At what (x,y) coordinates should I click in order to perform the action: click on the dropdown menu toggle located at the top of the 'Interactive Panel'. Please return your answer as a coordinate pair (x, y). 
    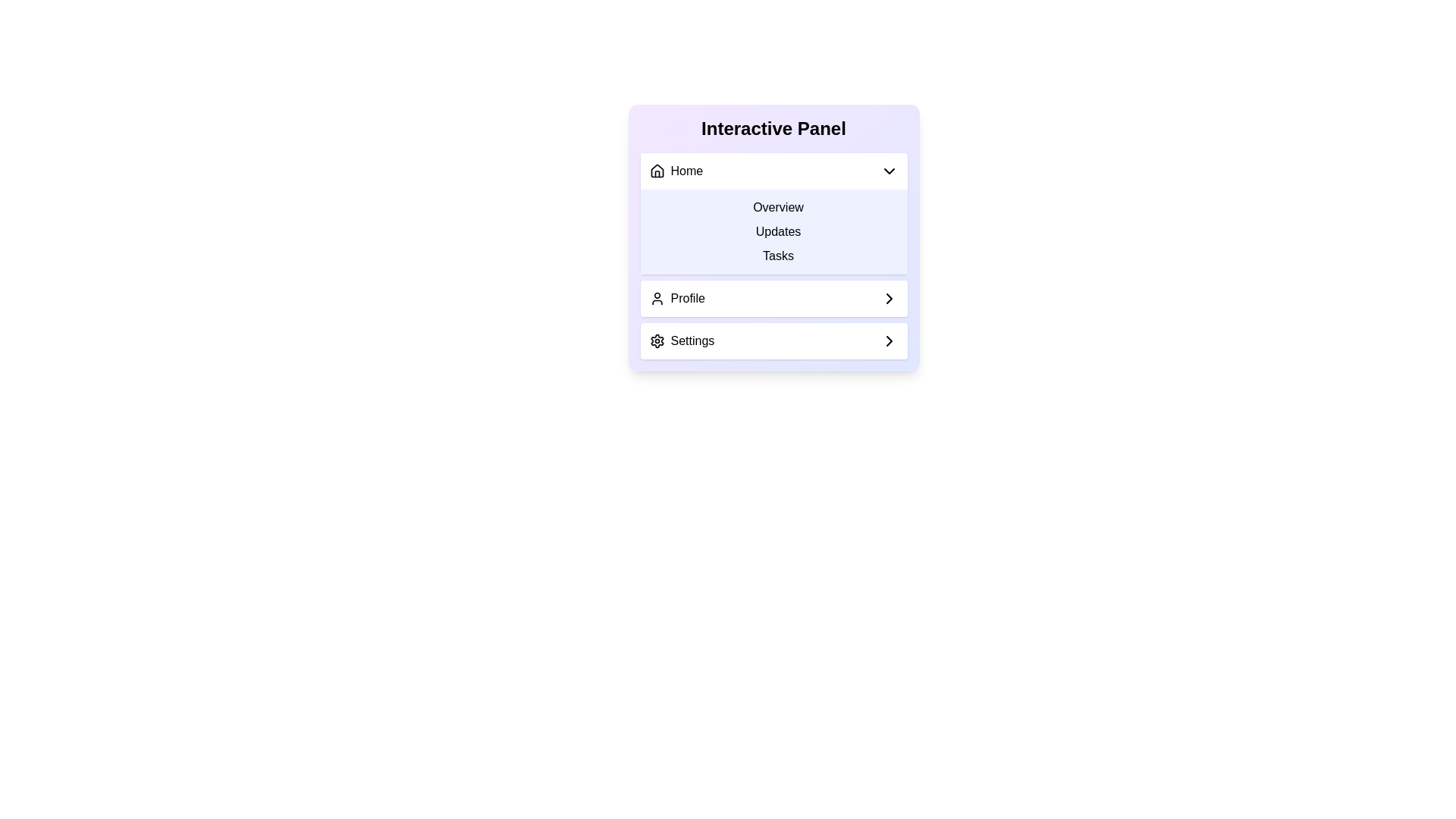
    Looking at the image, I should click on (773, 171).